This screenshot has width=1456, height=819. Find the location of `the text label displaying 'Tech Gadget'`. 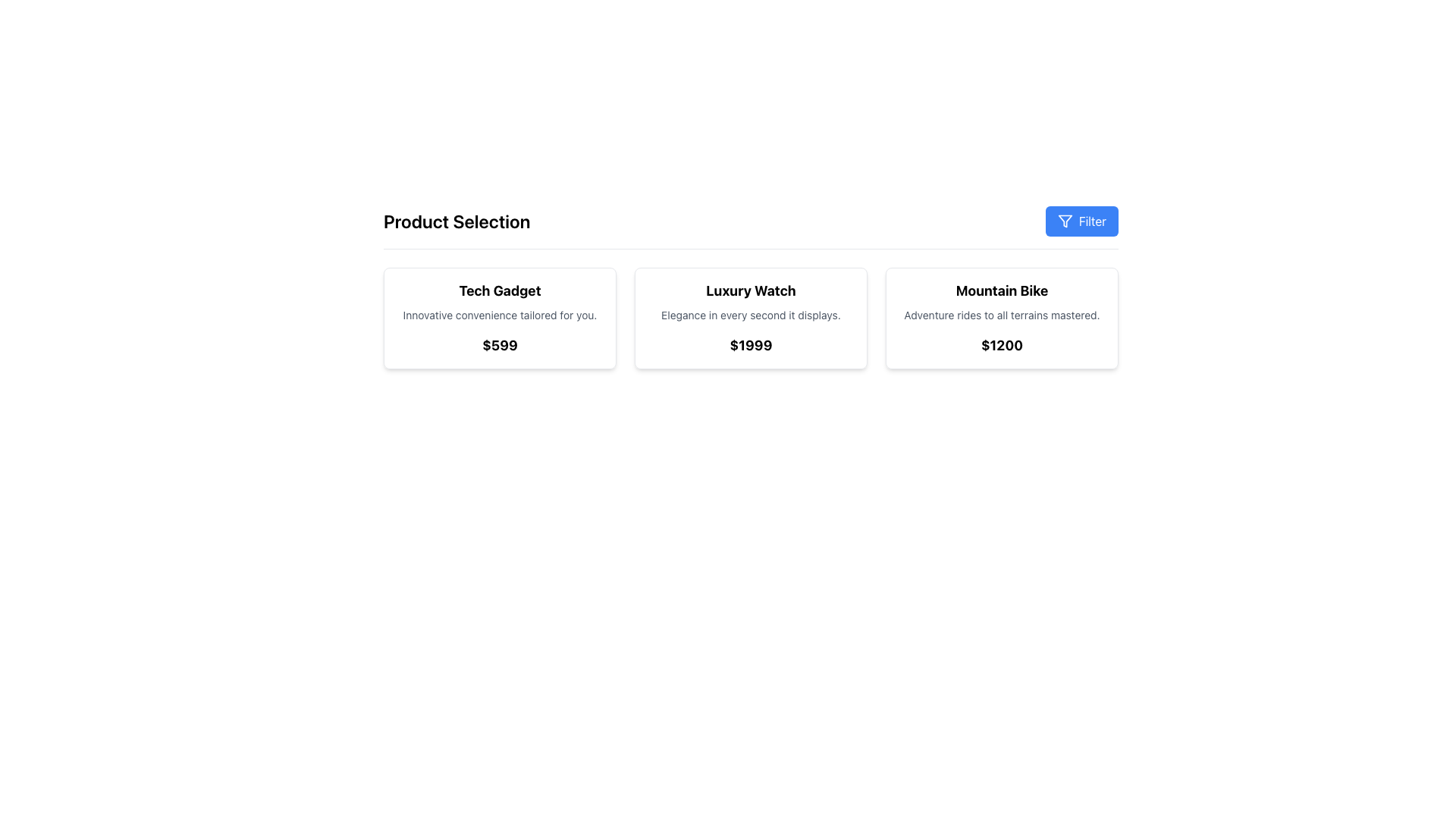

the text label displaying 'Tech Gadget' is located at coordinates (500, 291).